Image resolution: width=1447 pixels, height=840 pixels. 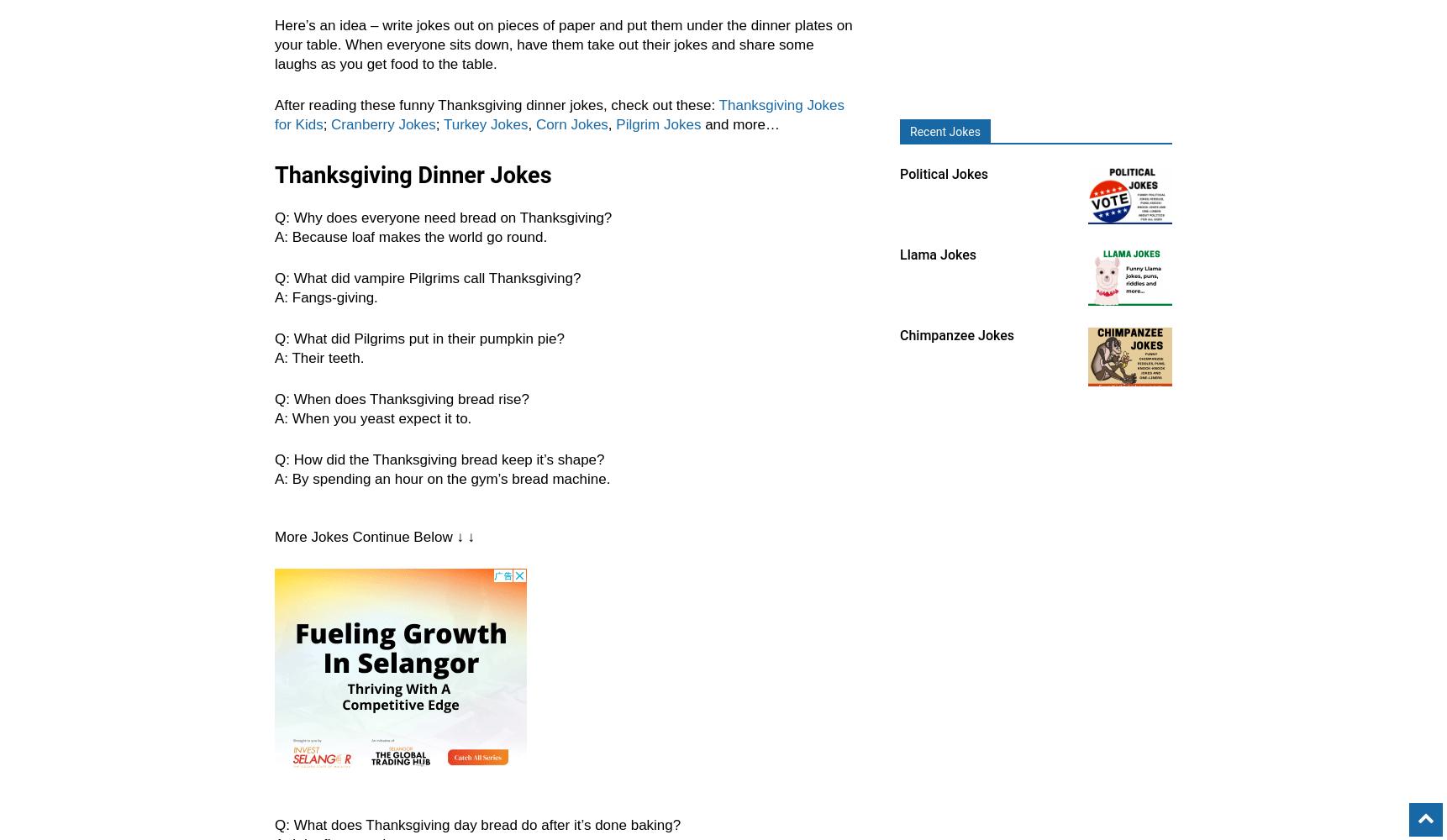 I want to click on 'Recent Jokes', so click(x=944, y=132).